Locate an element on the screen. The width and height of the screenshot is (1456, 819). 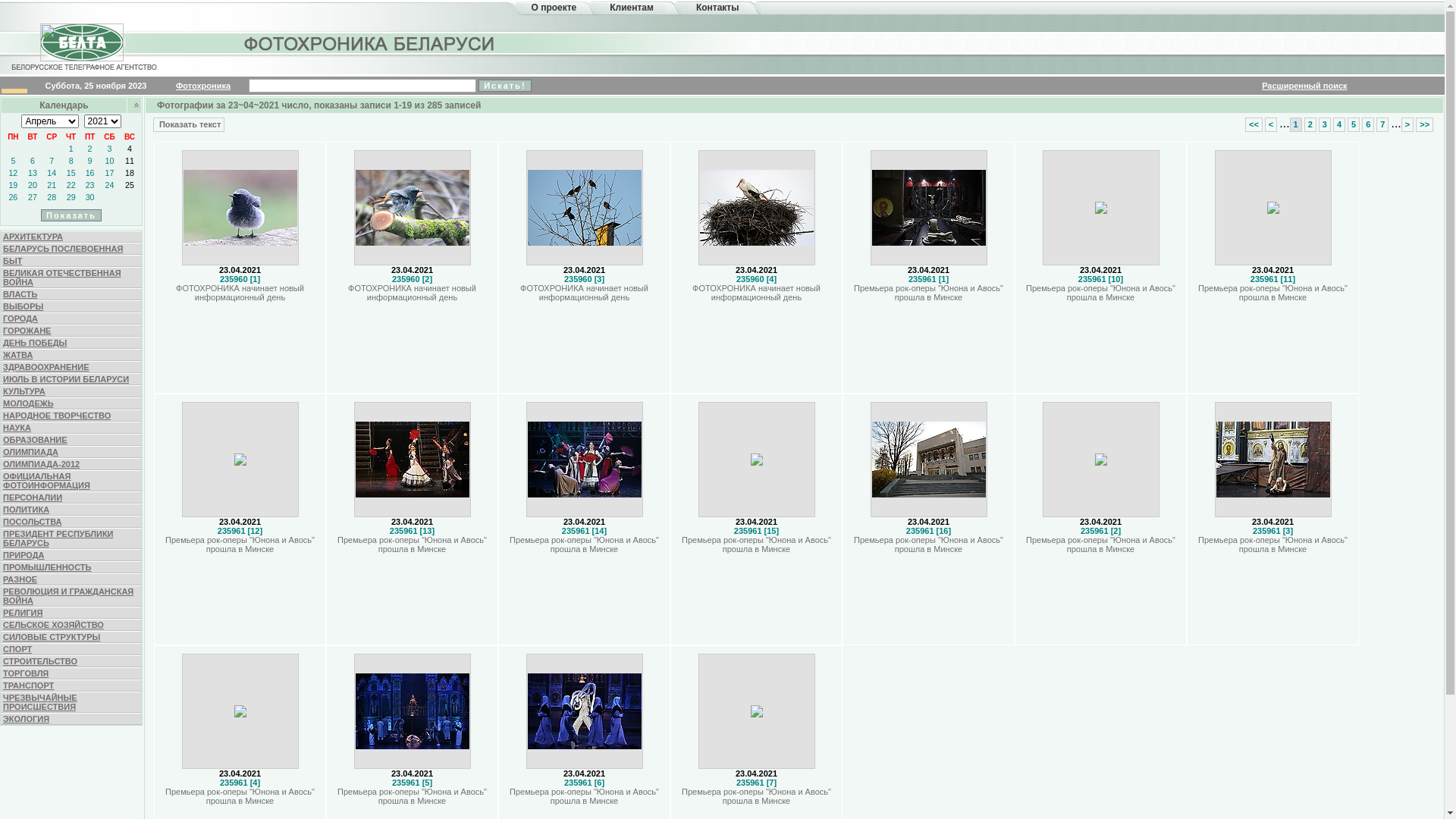
'4' is located at coordinates (130, 149).